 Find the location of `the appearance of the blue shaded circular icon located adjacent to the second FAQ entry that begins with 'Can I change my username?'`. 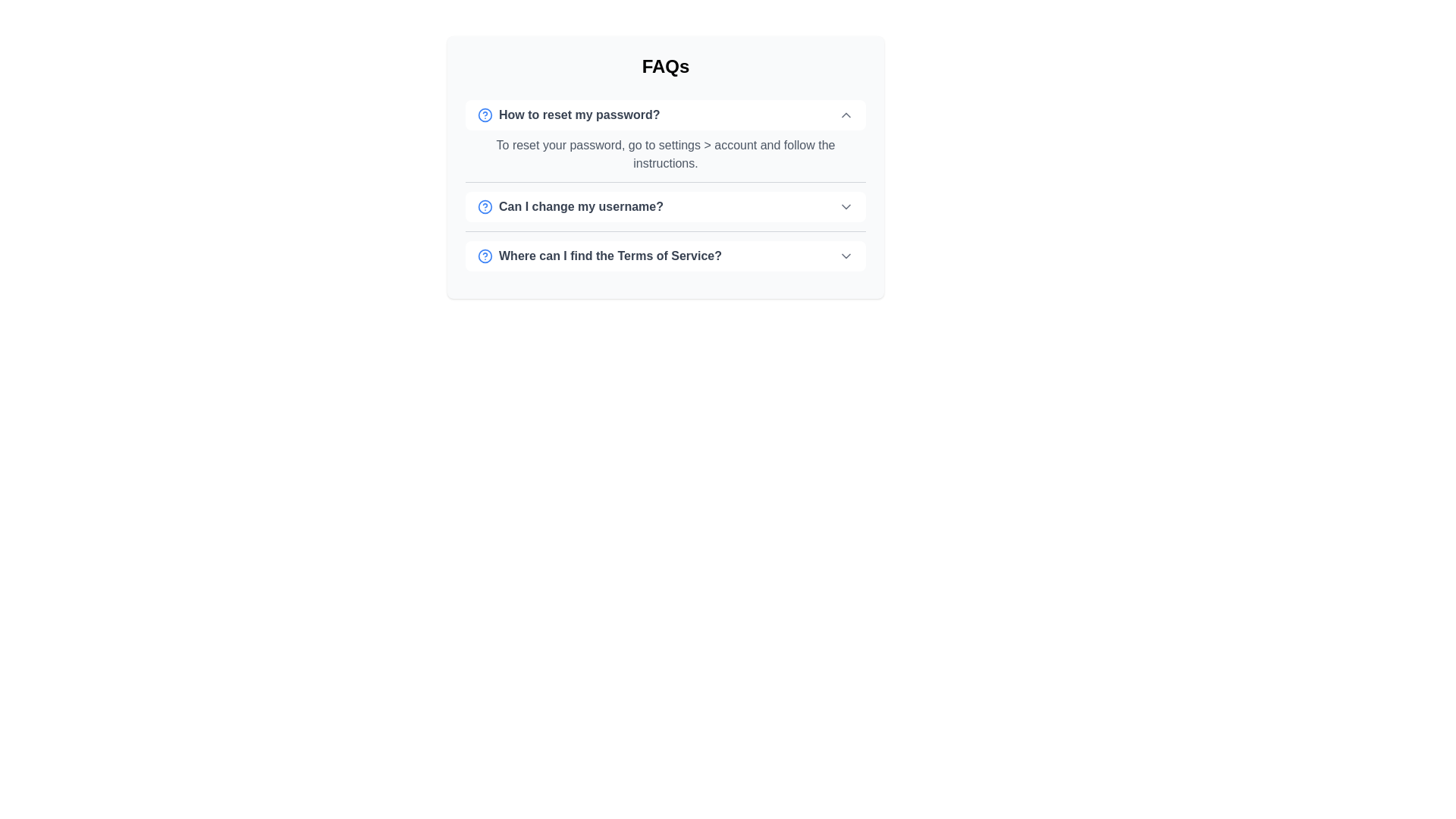

the appearance of the blue shaded circular icon located adjacent to the second FAQ entry that begins with 'Can I change my username?' is located at coordinates (484, 207).